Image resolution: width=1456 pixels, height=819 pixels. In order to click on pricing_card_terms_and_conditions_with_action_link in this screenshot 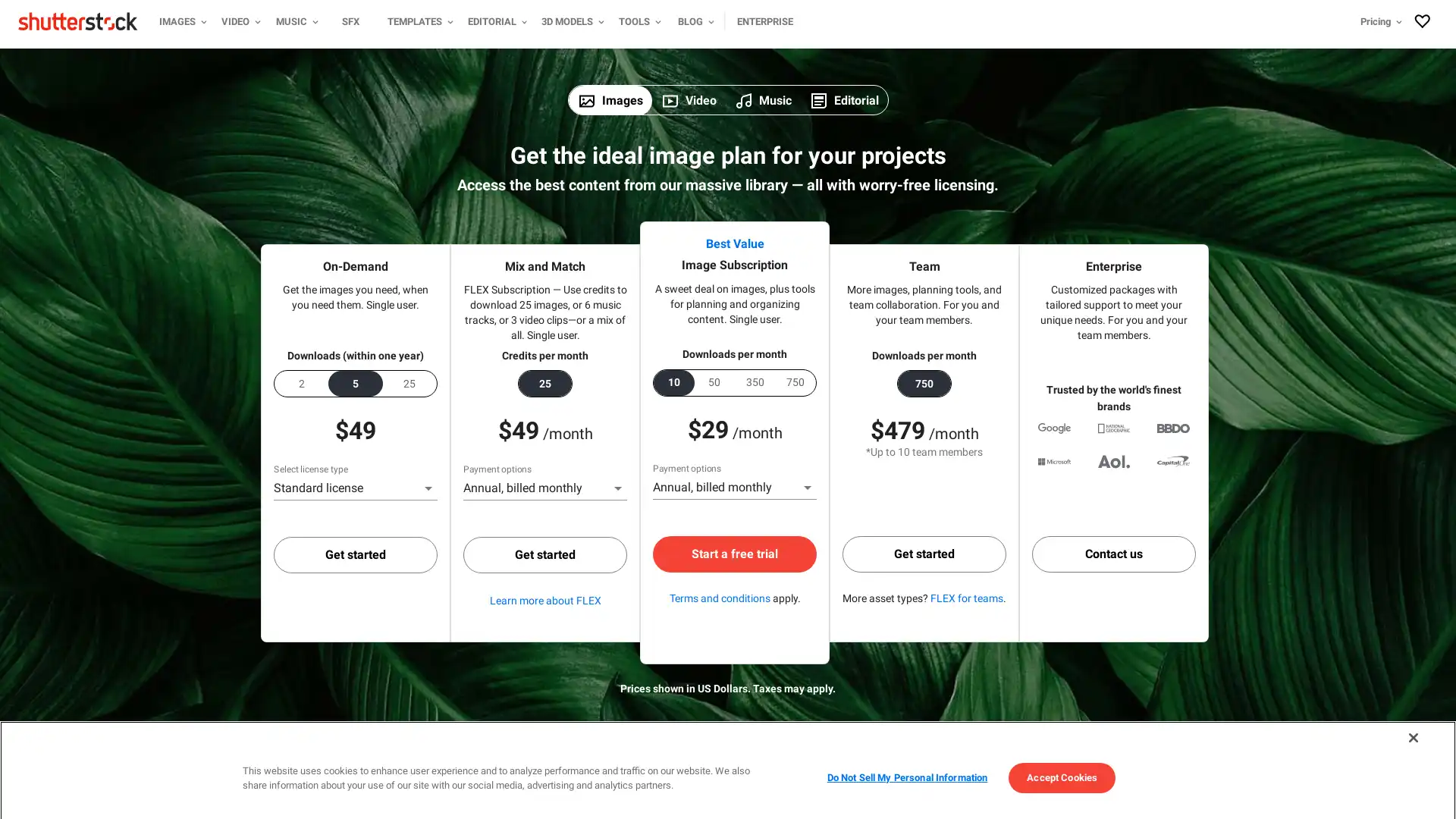, I will do `click(718, 596)`.